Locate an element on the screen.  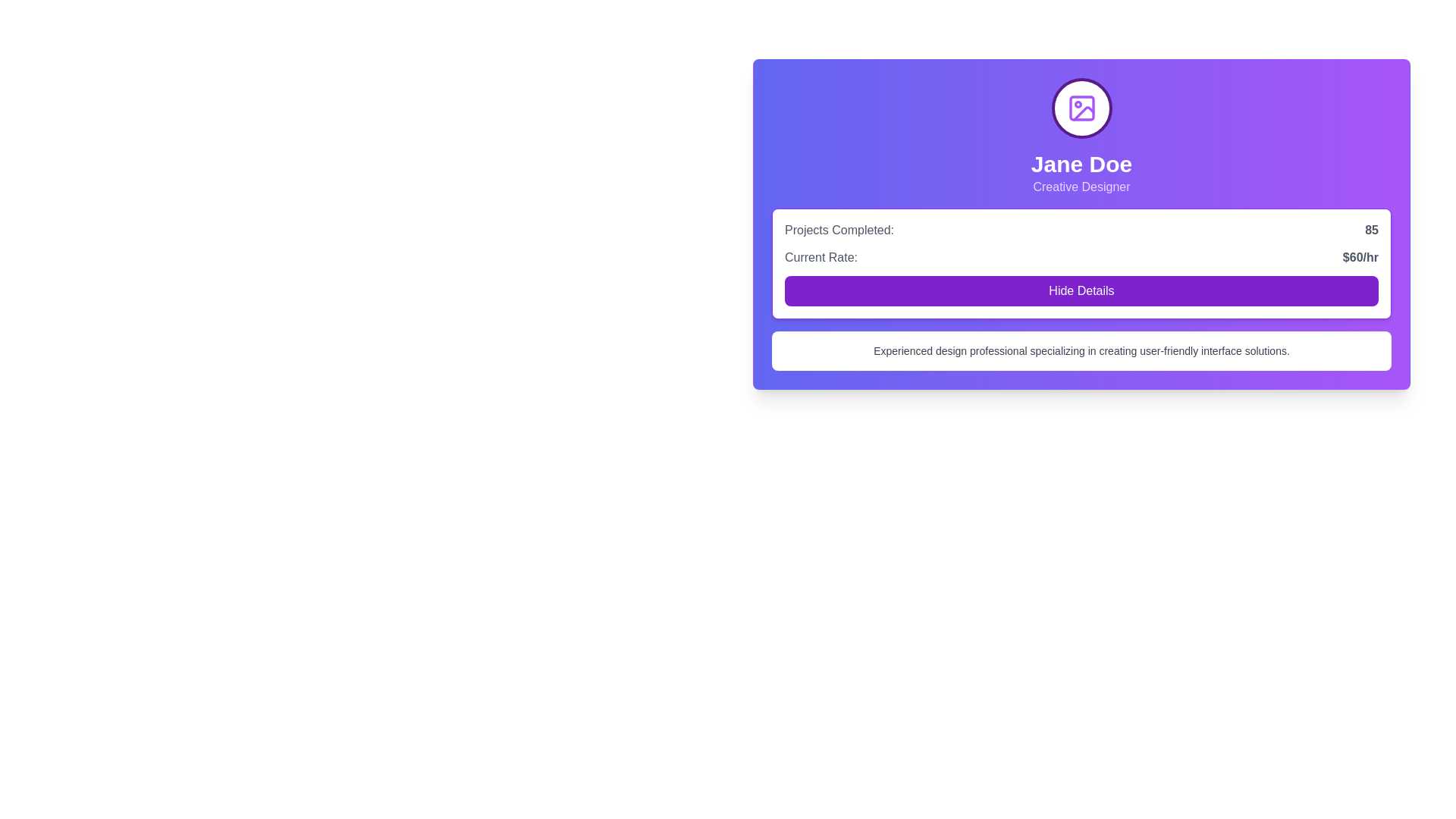
the Text Label located at the bottom of the vertical card layout, beneath the 'Hide Details' button, inside a white, rounded rectangle is located at coordinates (1081, 350).